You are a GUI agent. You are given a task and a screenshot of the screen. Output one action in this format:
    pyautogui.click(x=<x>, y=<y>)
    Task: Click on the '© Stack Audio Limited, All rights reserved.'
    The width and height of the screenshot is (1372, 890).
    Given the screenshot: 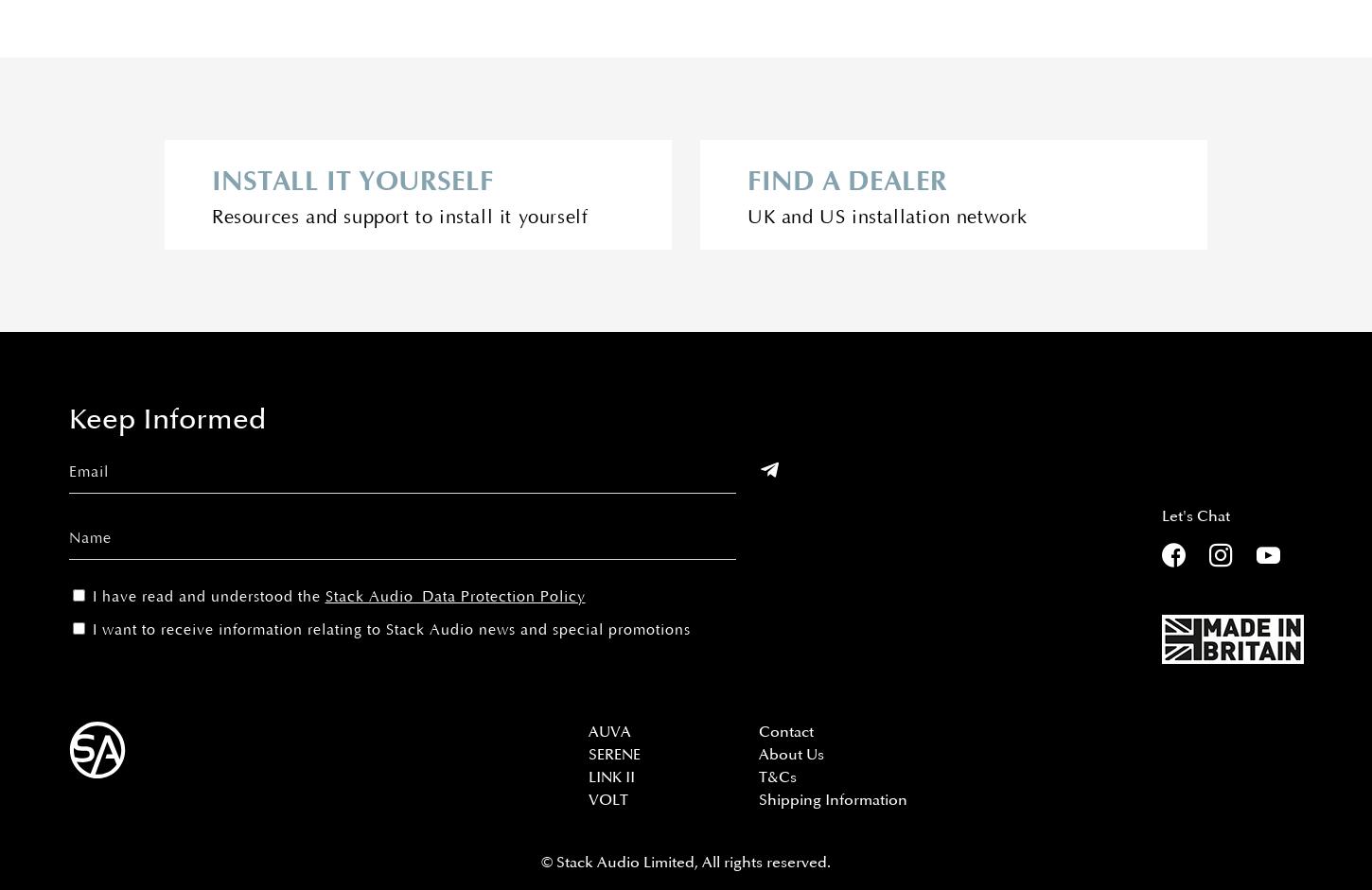 What is the action you would take?
    pyautogui.click(x=686, y=860)
    